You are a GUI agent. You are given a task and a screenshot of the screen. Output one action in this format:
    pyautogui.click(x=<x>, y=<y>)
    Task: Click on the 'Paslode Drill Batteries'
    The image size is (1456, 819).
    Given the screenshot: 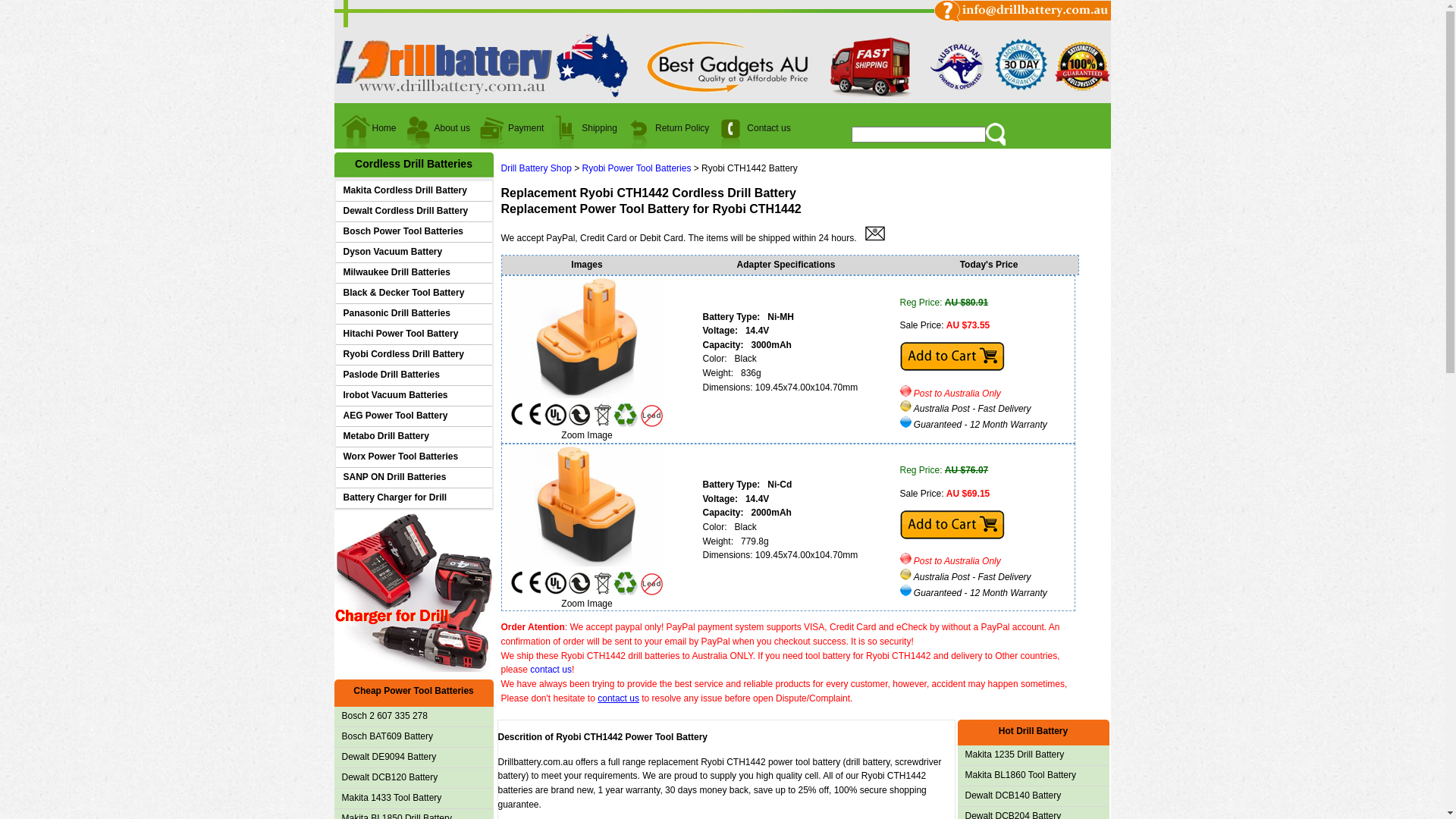 What is the action you would take?
    pyautogui.click(x=413, y=375)
    